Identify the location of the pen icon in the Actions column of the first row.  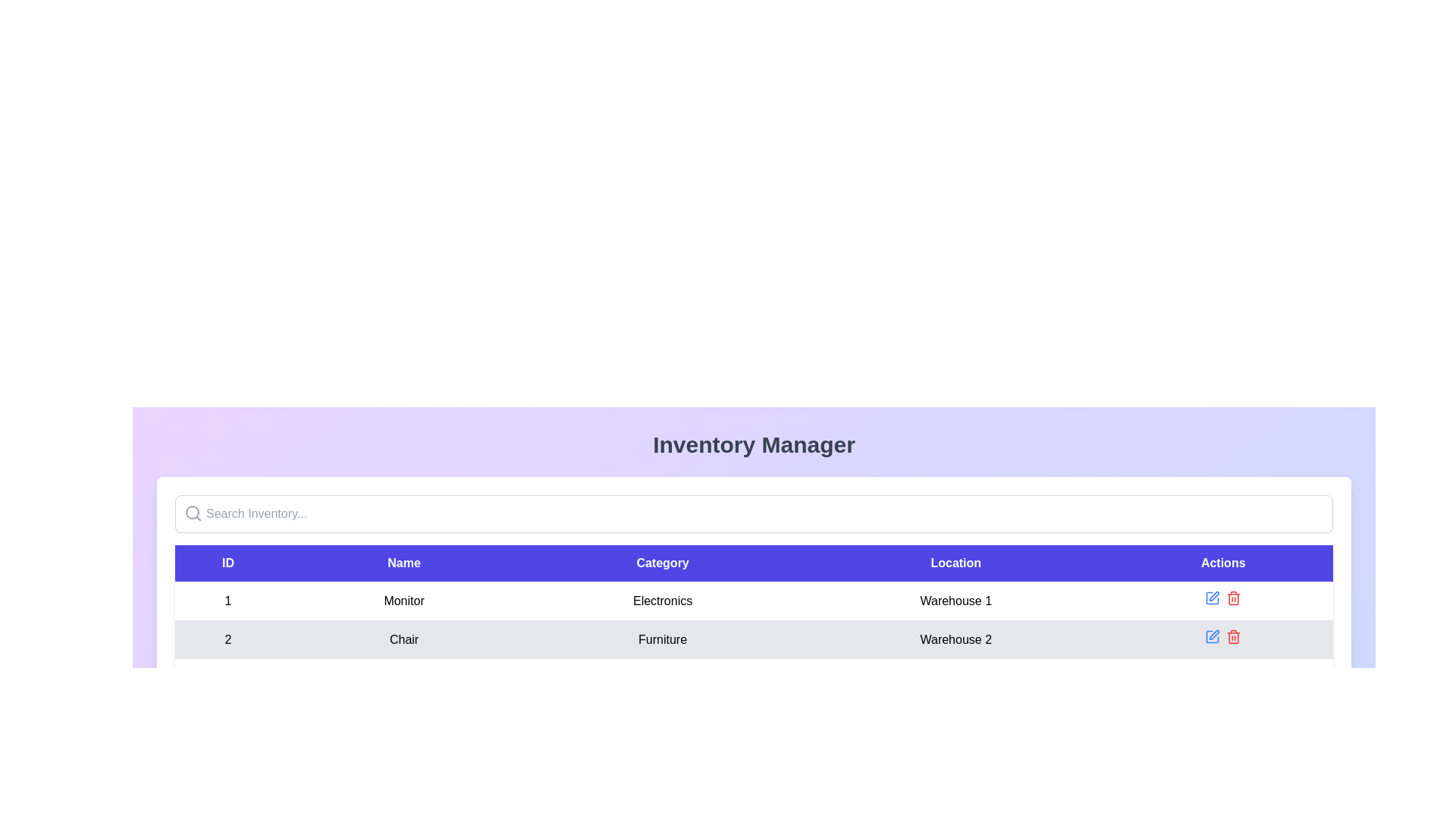
(1214, 595).